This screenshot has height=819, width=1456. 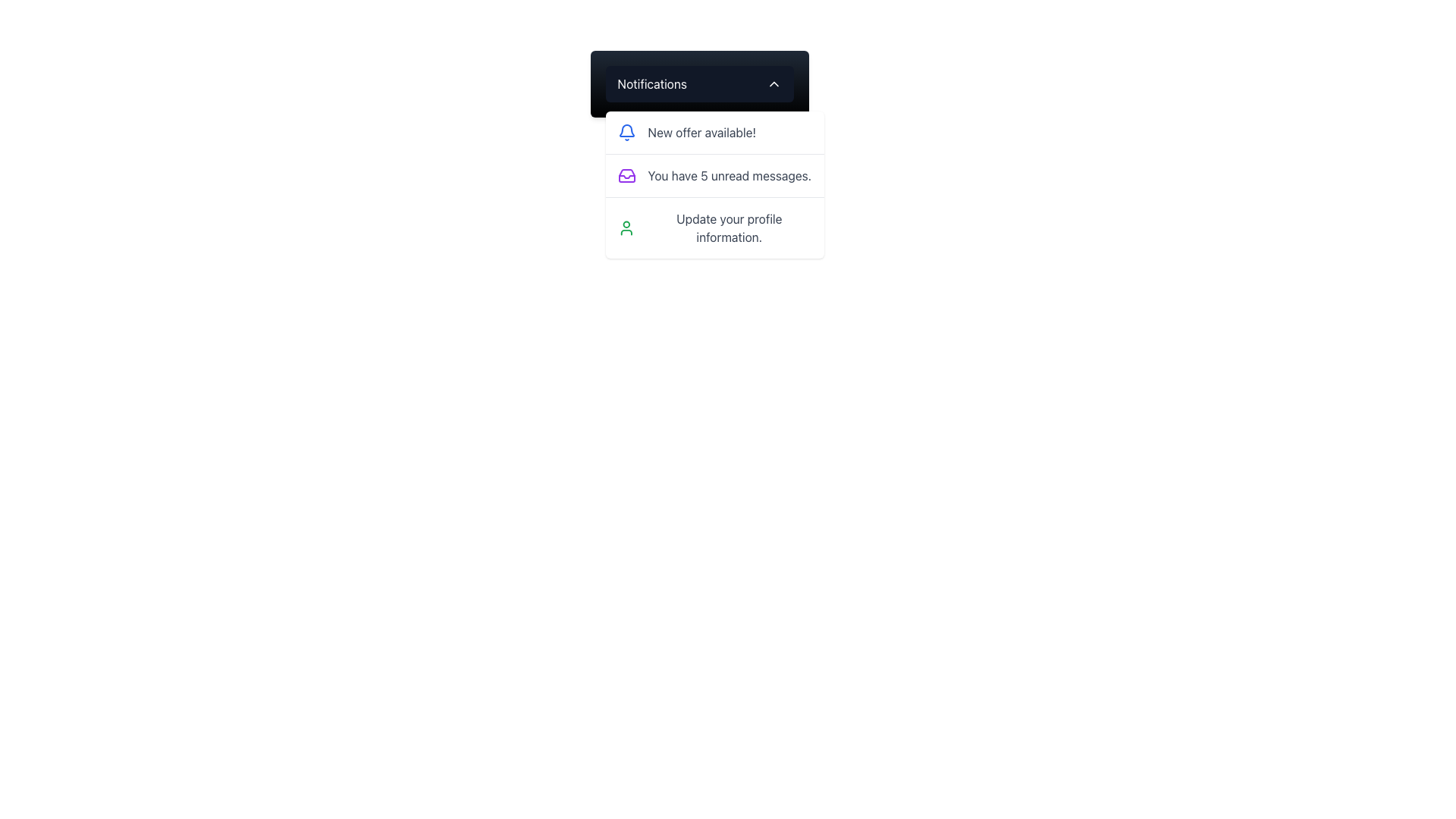 I want to click on the third item in the dropdown menu that contains a green user icon and the text 'Update your profile information.', so click(x=714, y=227).